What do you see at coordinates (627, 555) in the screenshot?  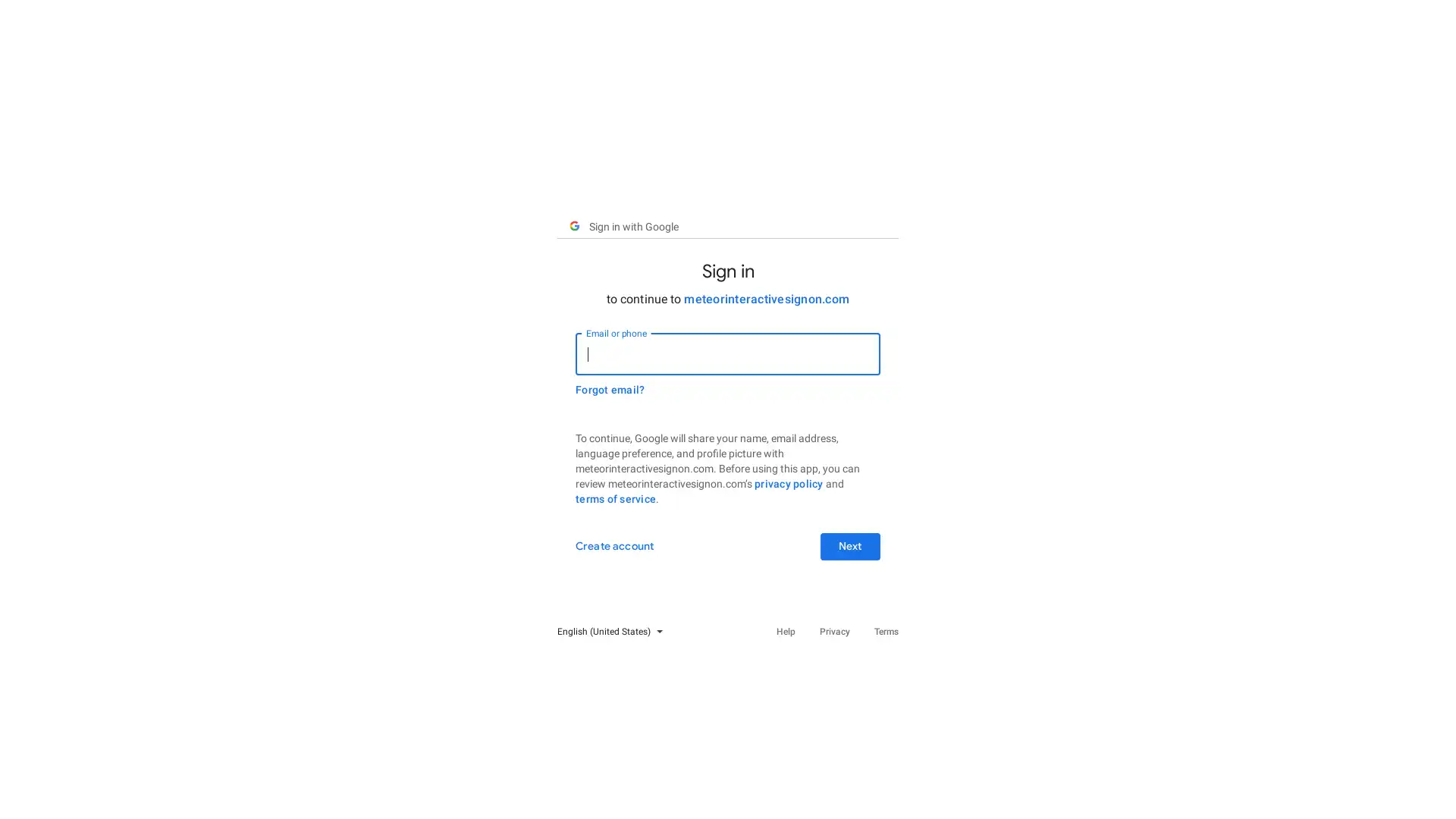 I see `Create account` at bounding box center [627, 555].